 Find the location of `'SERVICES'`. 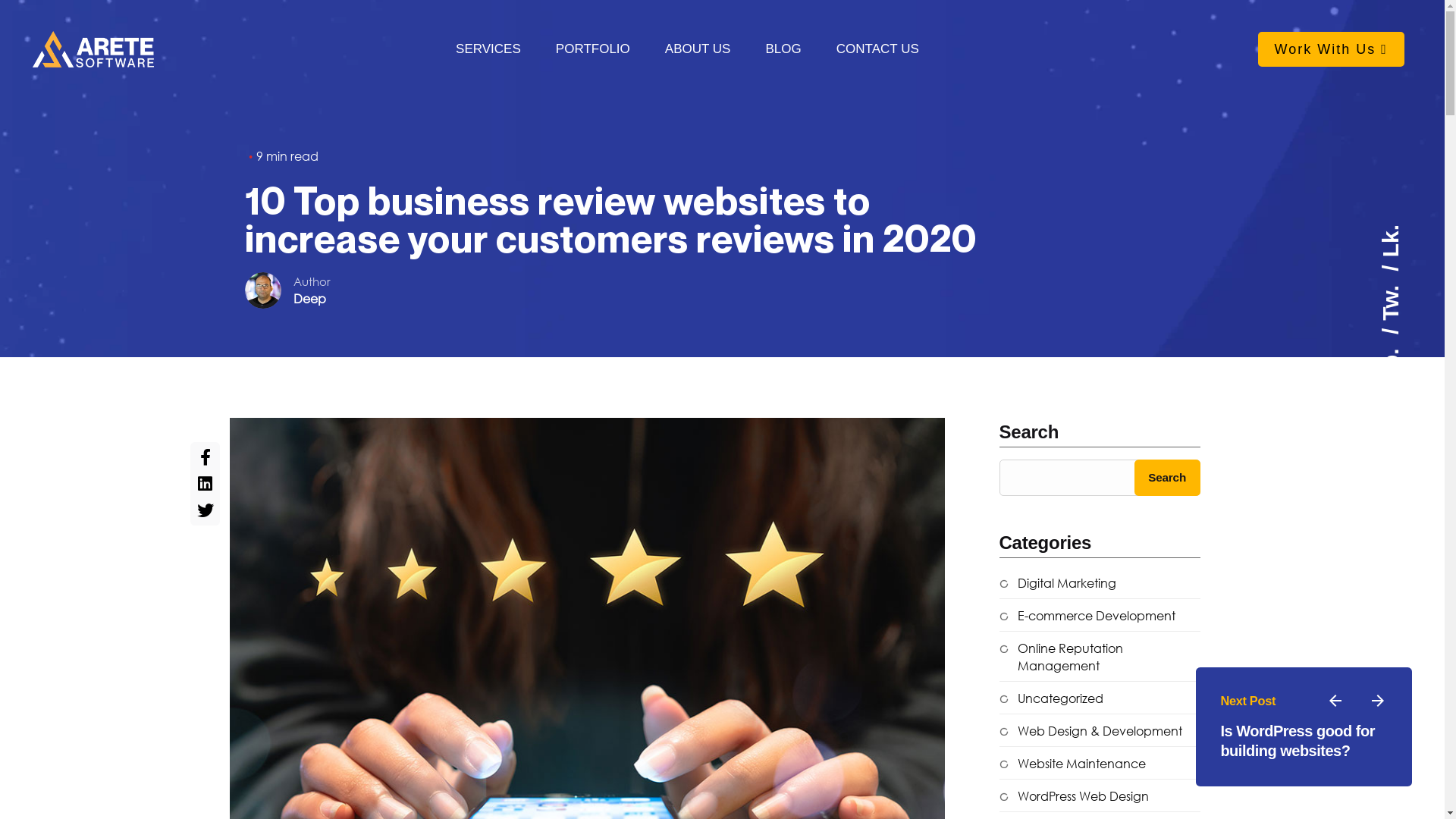

'SERVICES' is located at coordinates (488, 49).